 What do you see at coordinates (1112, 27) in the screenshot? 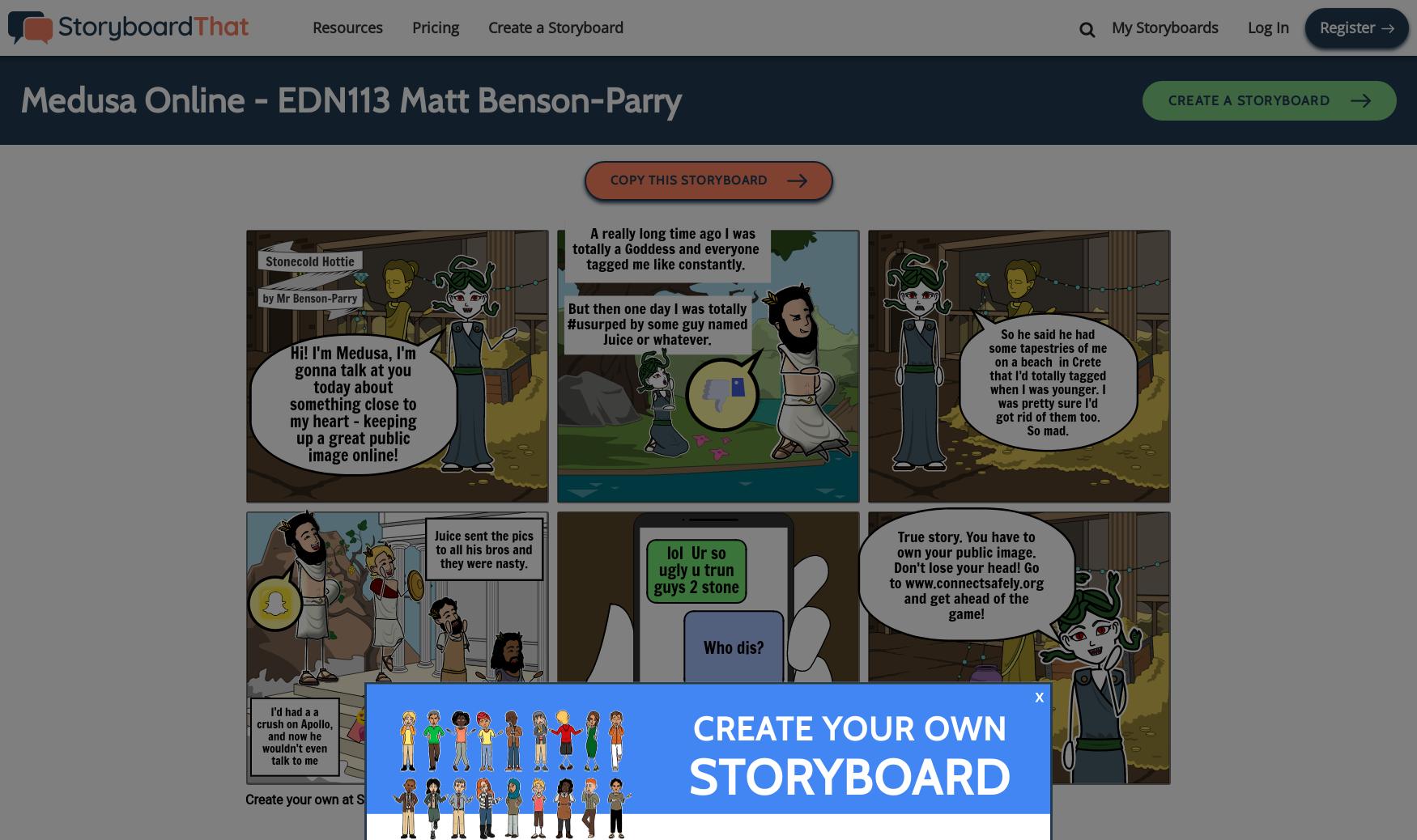
I see `'My Storyboards'` at bounding box center [1112, 27].